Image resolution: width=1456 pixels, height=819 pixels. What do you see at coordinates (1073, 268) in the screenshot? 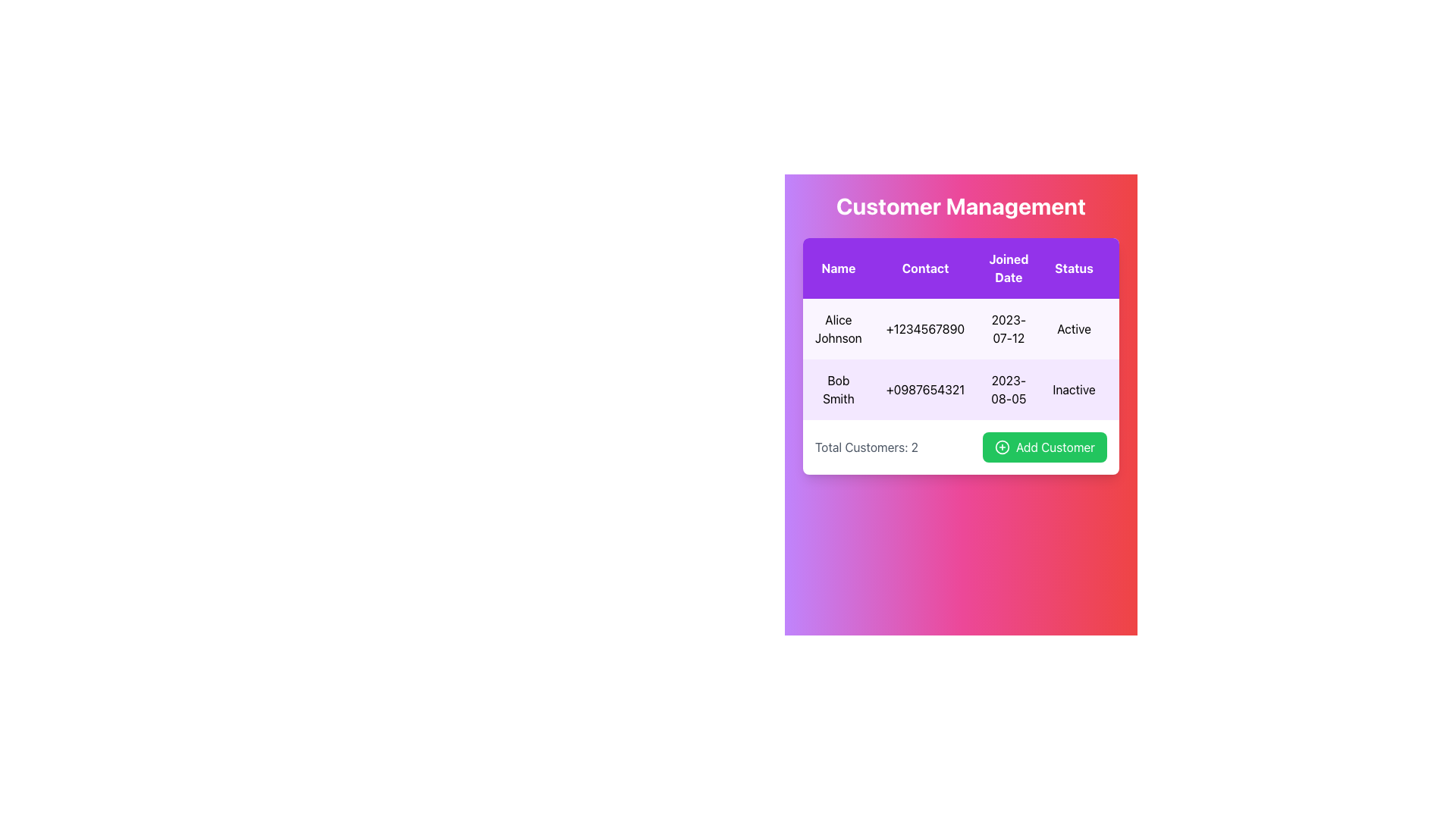
I see `the 'Status' text label, which is a column header in a table, displayed in white font on a purple rectangular background` at bounding box center [1073, 268].